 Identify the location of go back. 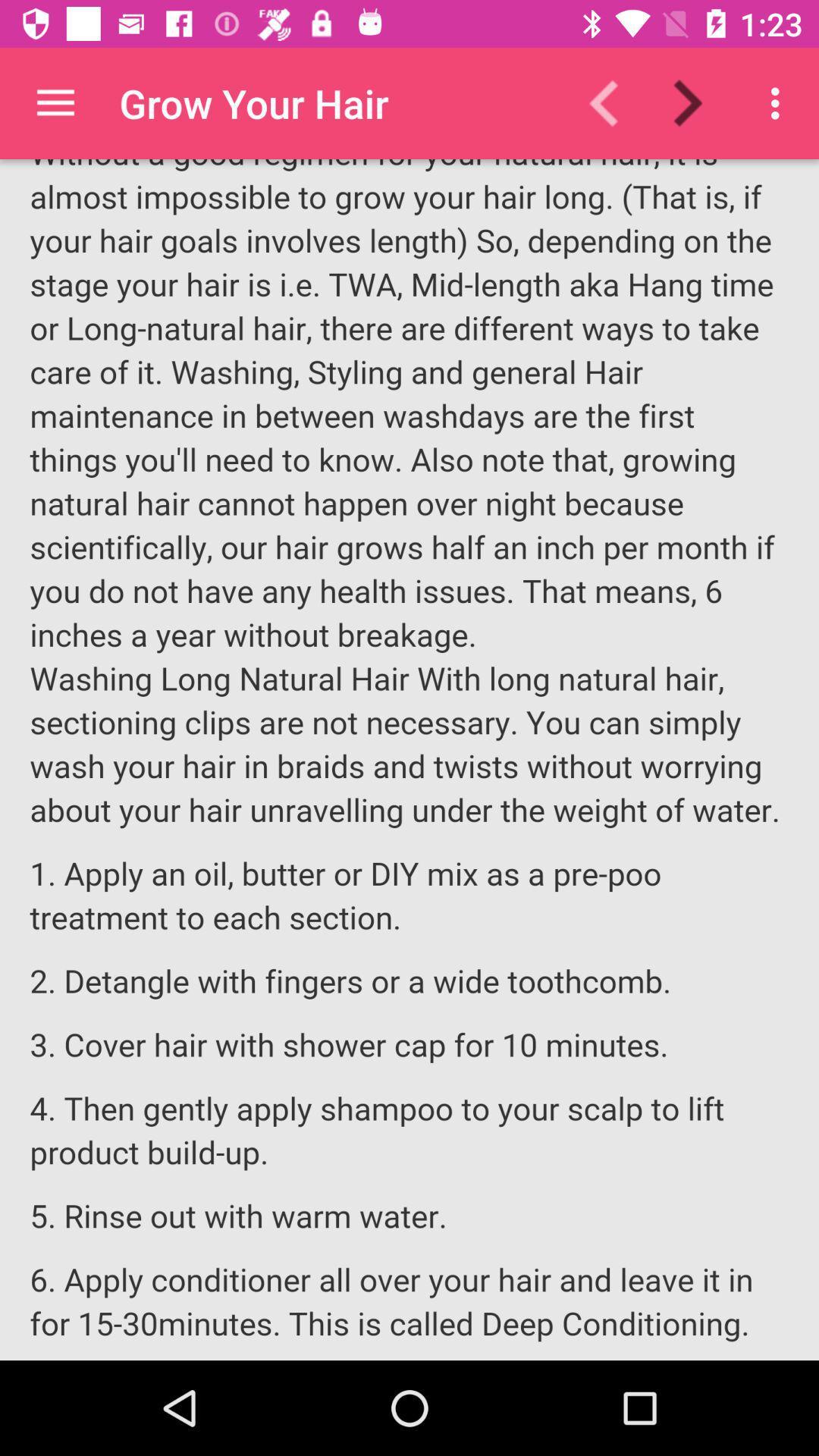
(613, 102).